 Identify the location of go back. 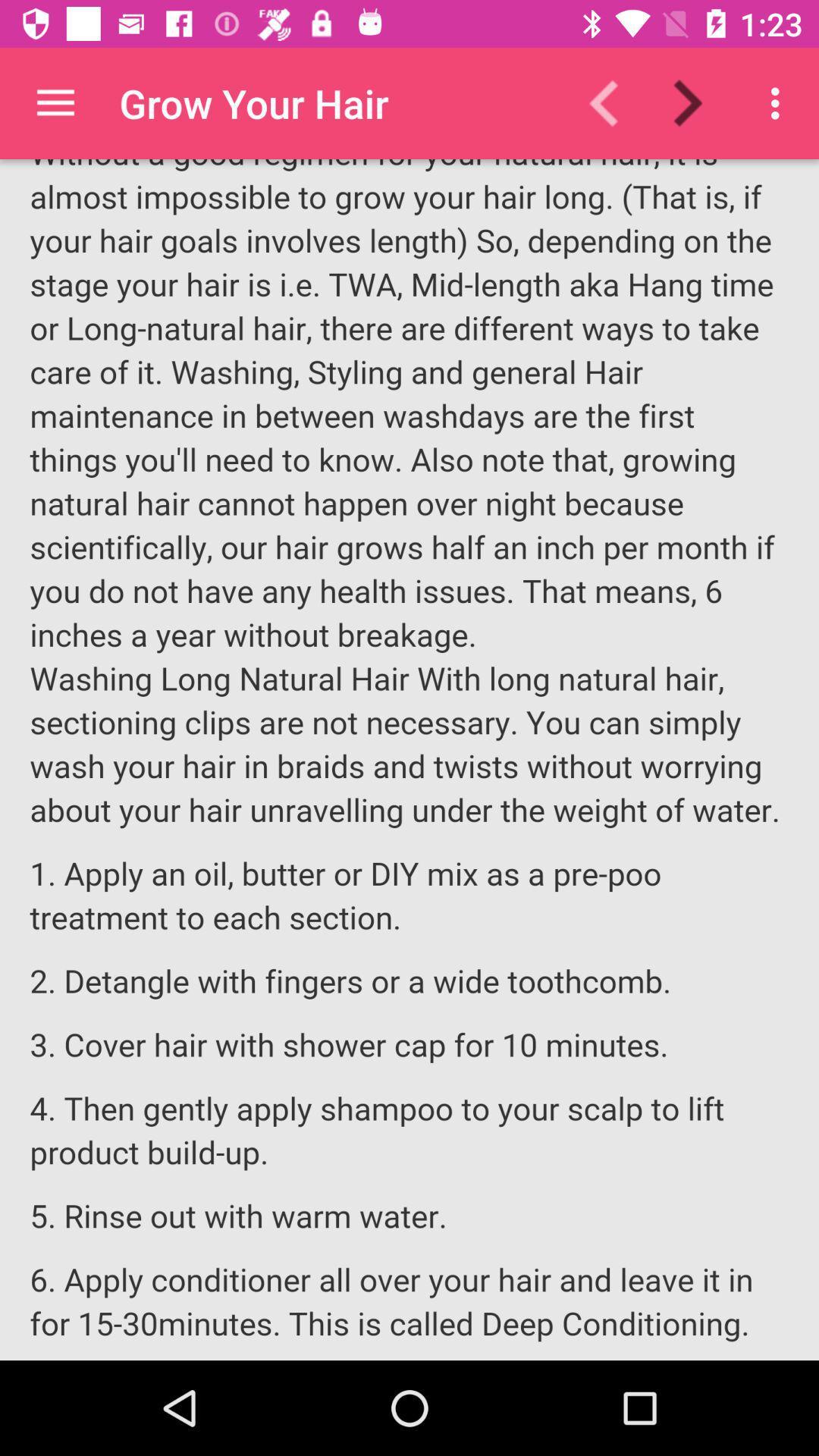
(613, 102).